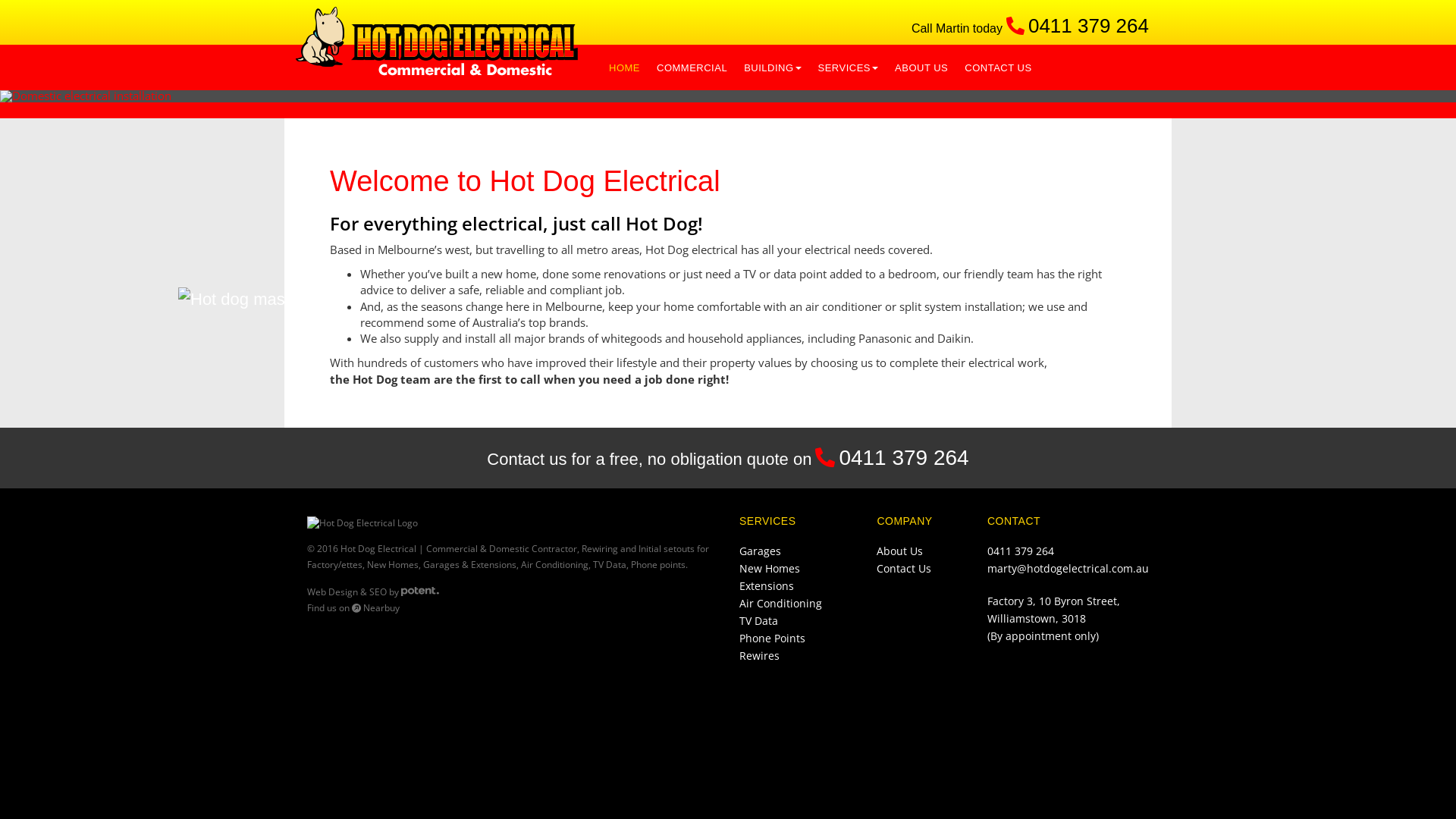  What do you see at coordinates (767, 585) in the screenshot?
I see `'Extensions'` at bounding box center [767, 585].